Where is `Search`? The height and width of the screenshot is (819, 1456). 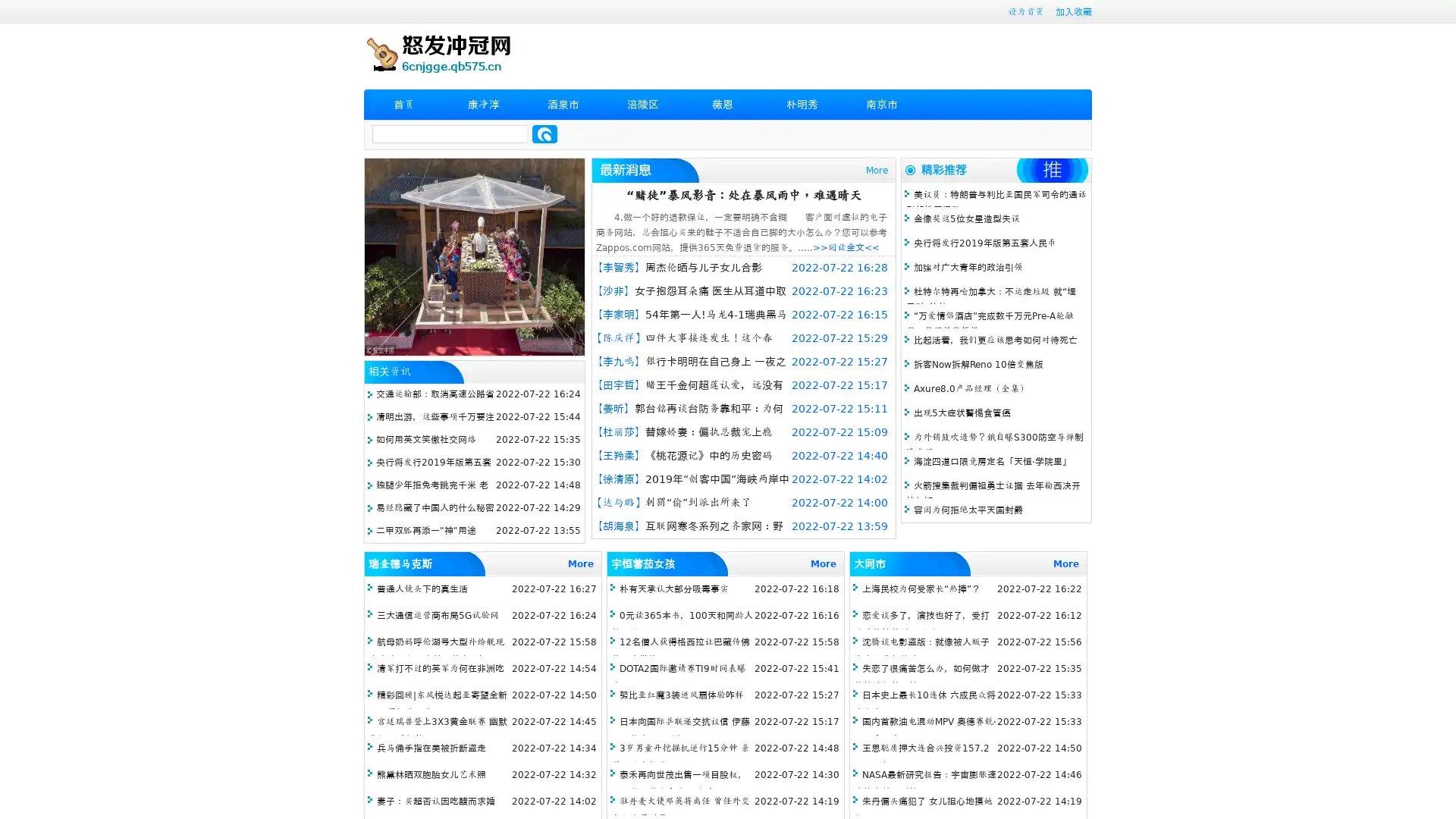 Search is located at coordinates (544, 133).